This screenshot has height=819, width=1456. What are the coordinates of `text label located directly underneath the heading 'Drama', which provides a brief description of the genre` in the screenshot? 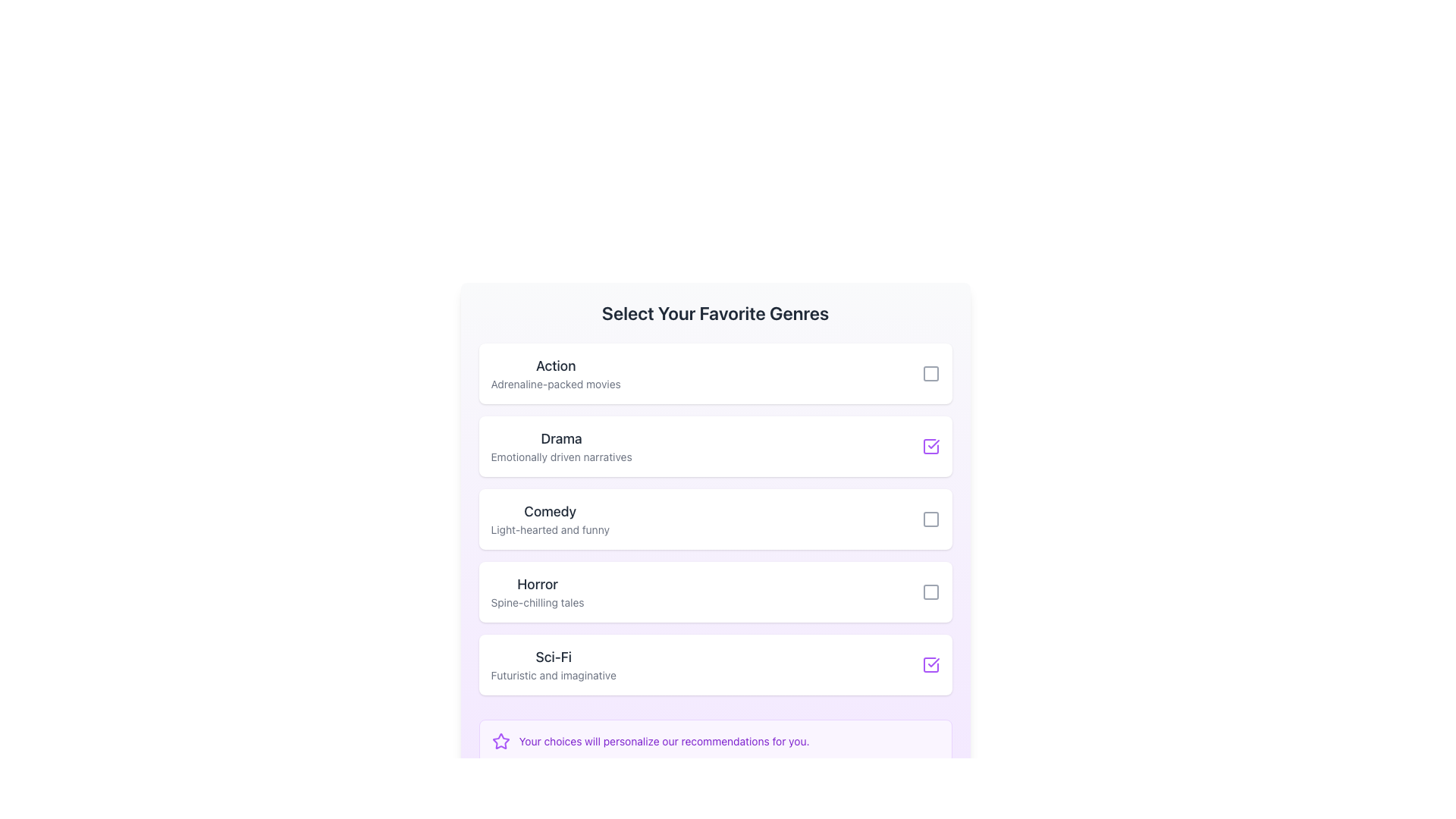 It's located at (560, 456).